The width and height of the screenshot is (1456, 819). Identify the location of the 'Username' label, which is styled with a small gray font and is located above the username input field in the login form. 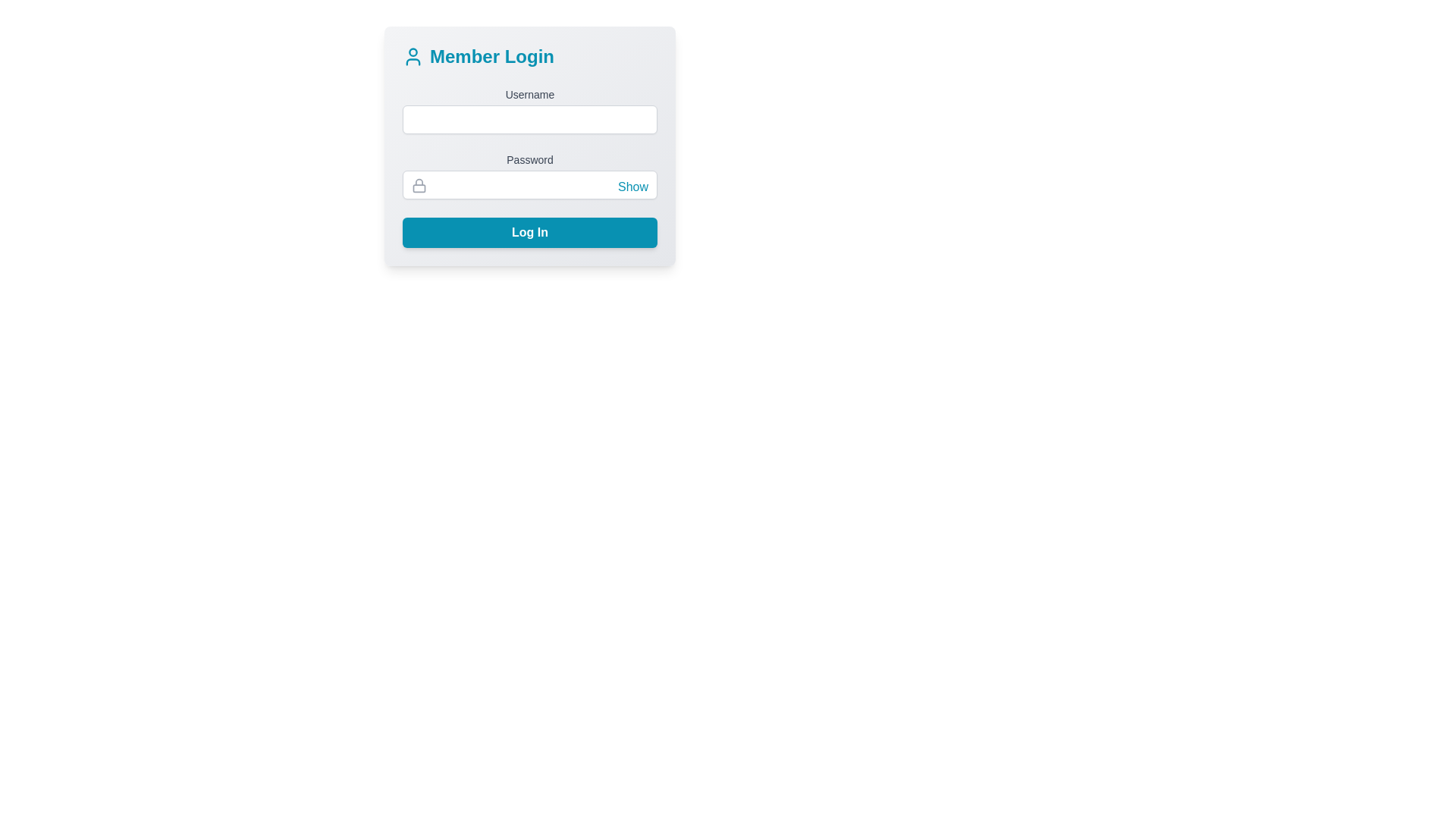
(530, 94).